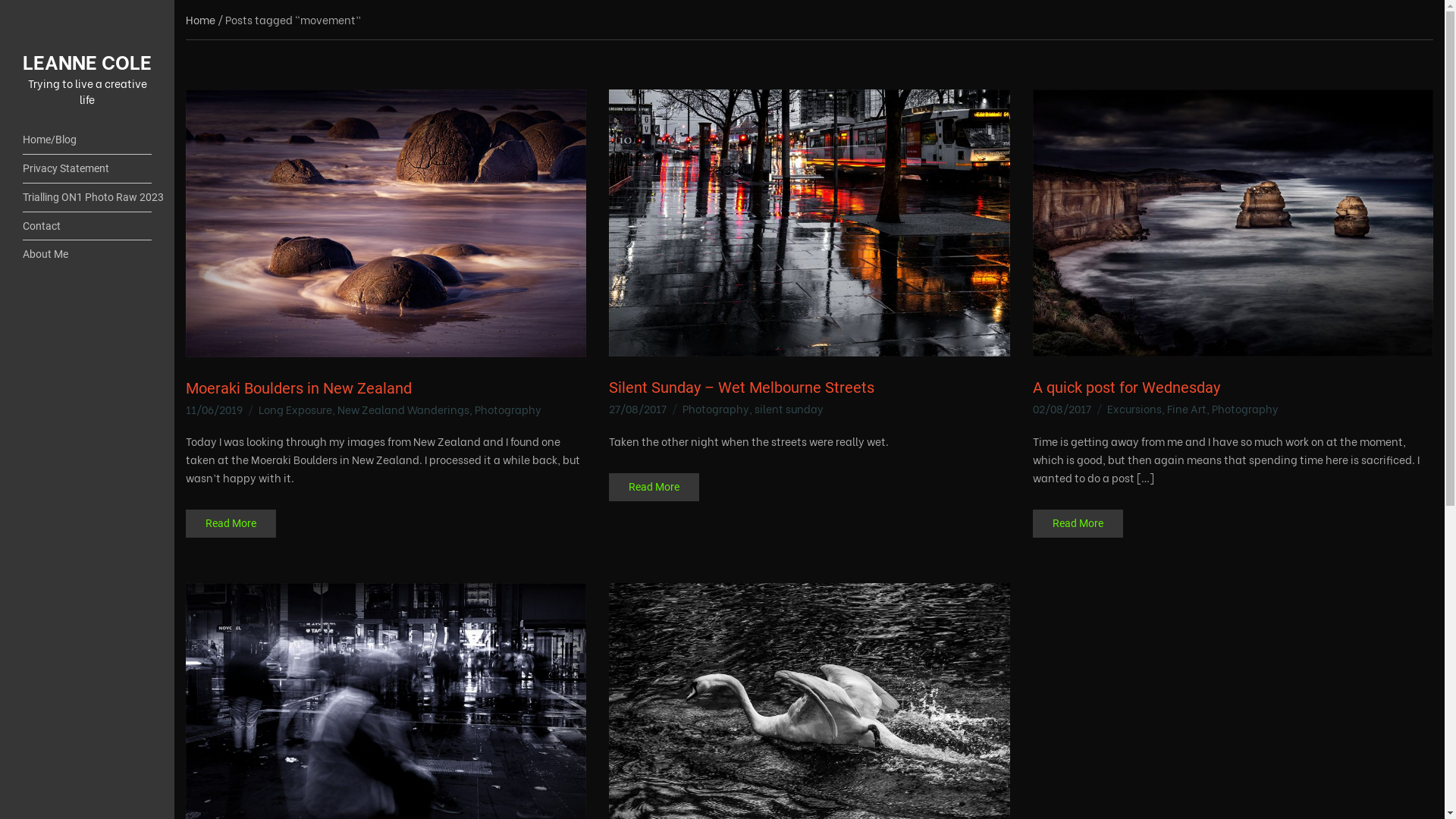  Describe the element at coordinates (86, 140) in the screenshot. I see `'Home/Blog'` at that location.